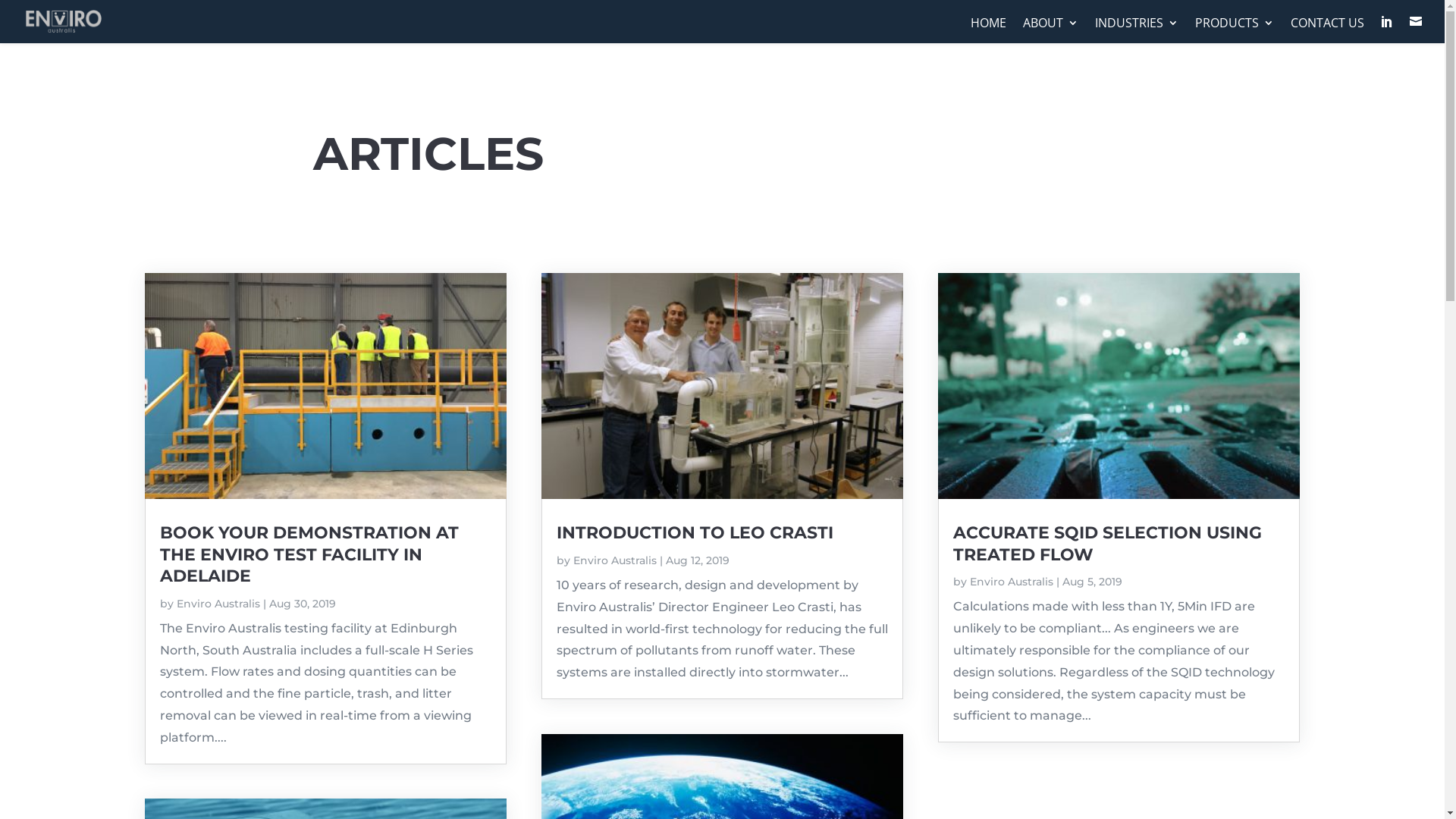 This screenshot has width=1456, height=819. I want to click on 'Enviro Australis', so click(175, 602).